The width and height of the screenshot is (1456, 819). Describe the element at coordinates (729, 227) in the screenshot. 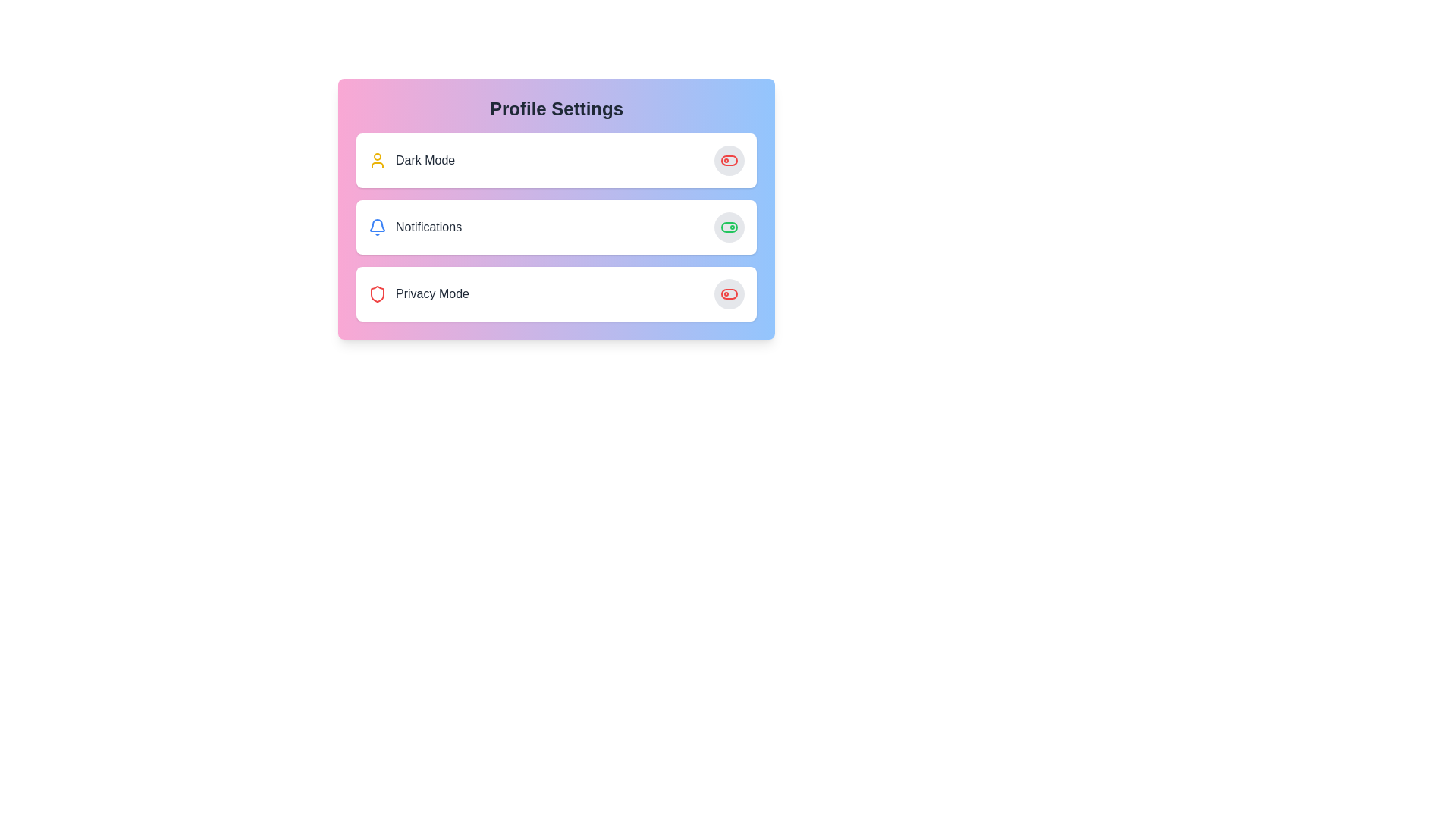

I see `the green background of the toggle switch element, which is elongated with rounded corners and represents the 'on' position of the toggle` at that location.